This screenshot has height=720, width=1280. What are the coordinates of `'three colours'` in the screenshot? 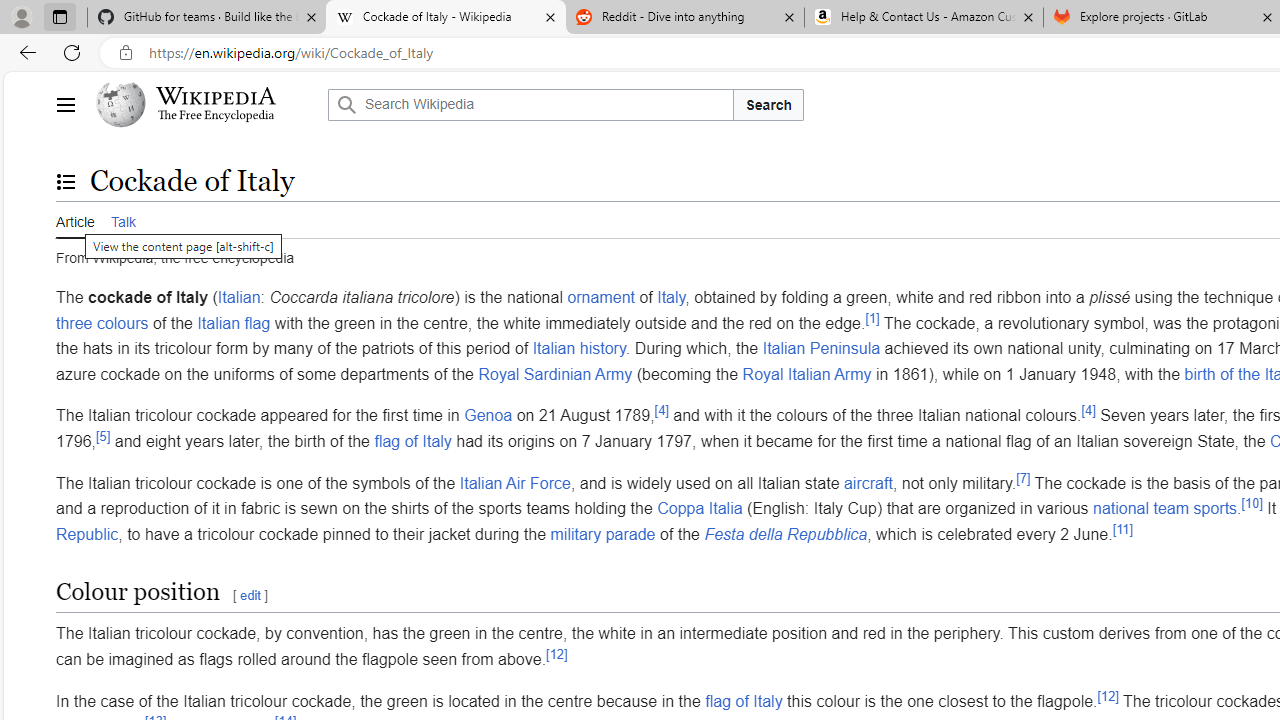 It's located at (101, 321).